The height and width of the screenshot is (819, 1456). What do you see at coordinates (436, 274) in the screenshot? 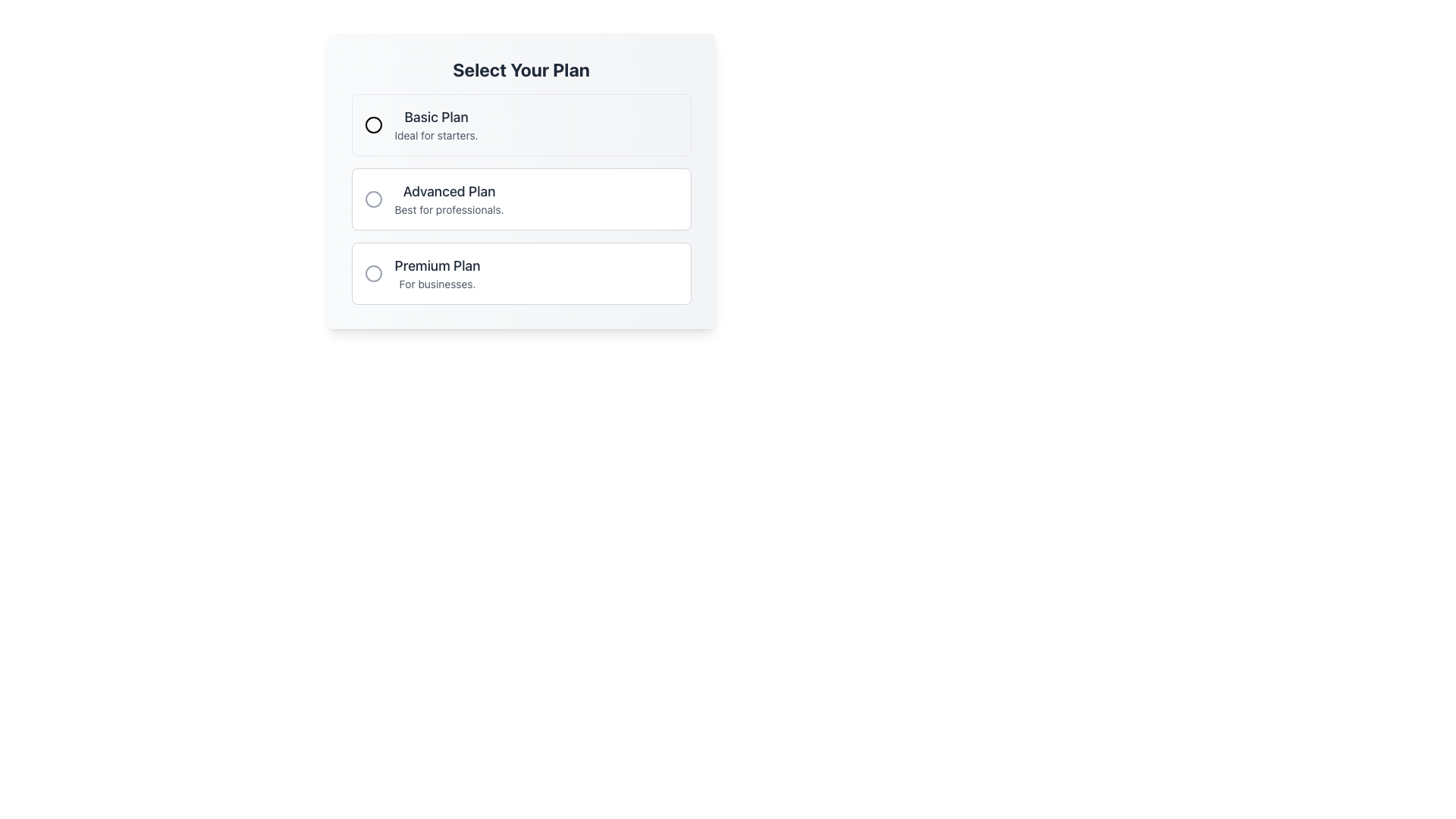
I see `the static text label that displays the name and description of the third selectable plan option within the 'Select Your Plan' section, located below the 'Advanced Plan' card` at bounding box center [436, 274].